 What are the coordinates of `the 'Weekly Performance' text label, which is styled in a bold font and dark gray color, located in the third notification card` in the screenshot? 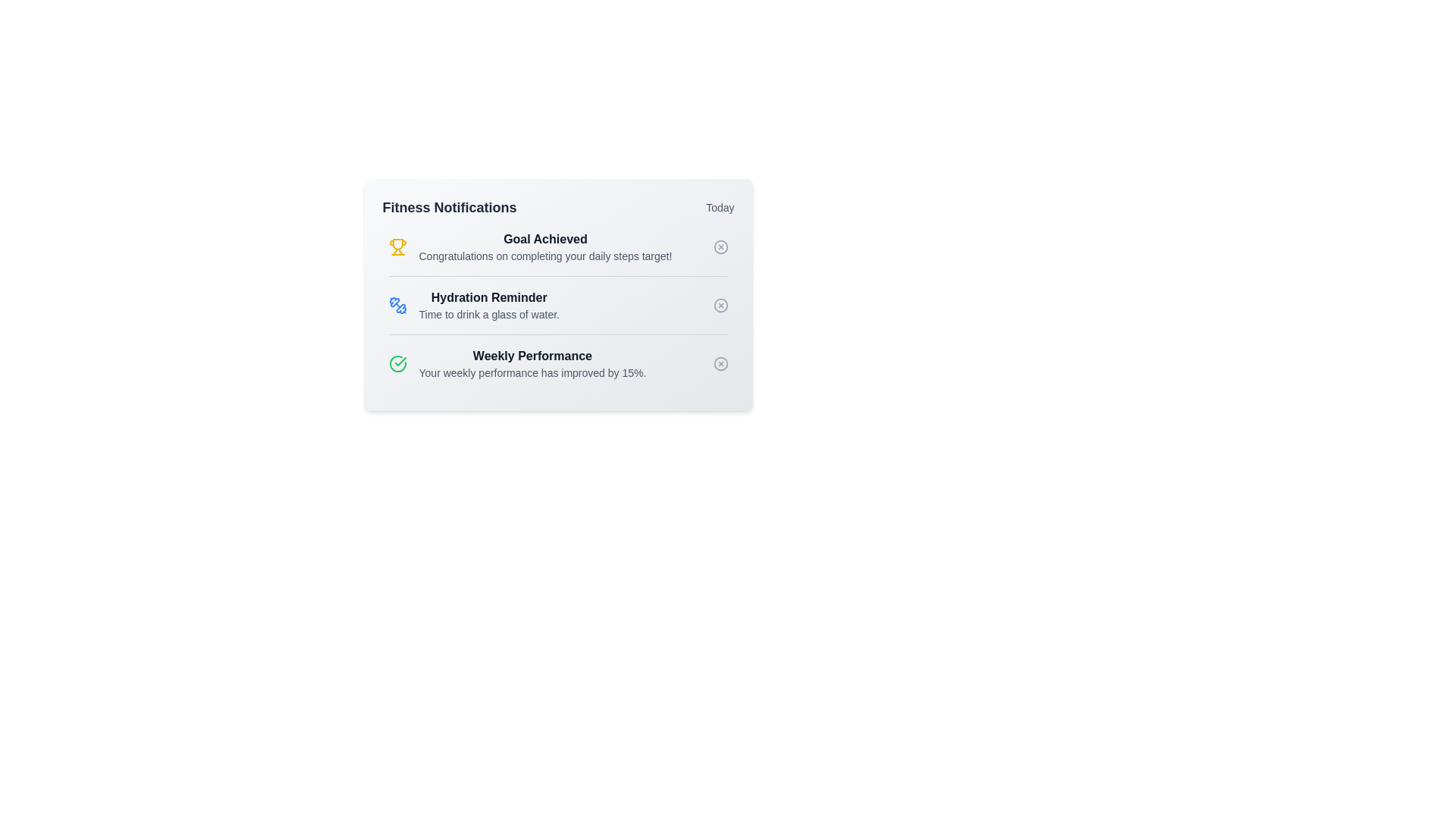 It's located at (532, 356).